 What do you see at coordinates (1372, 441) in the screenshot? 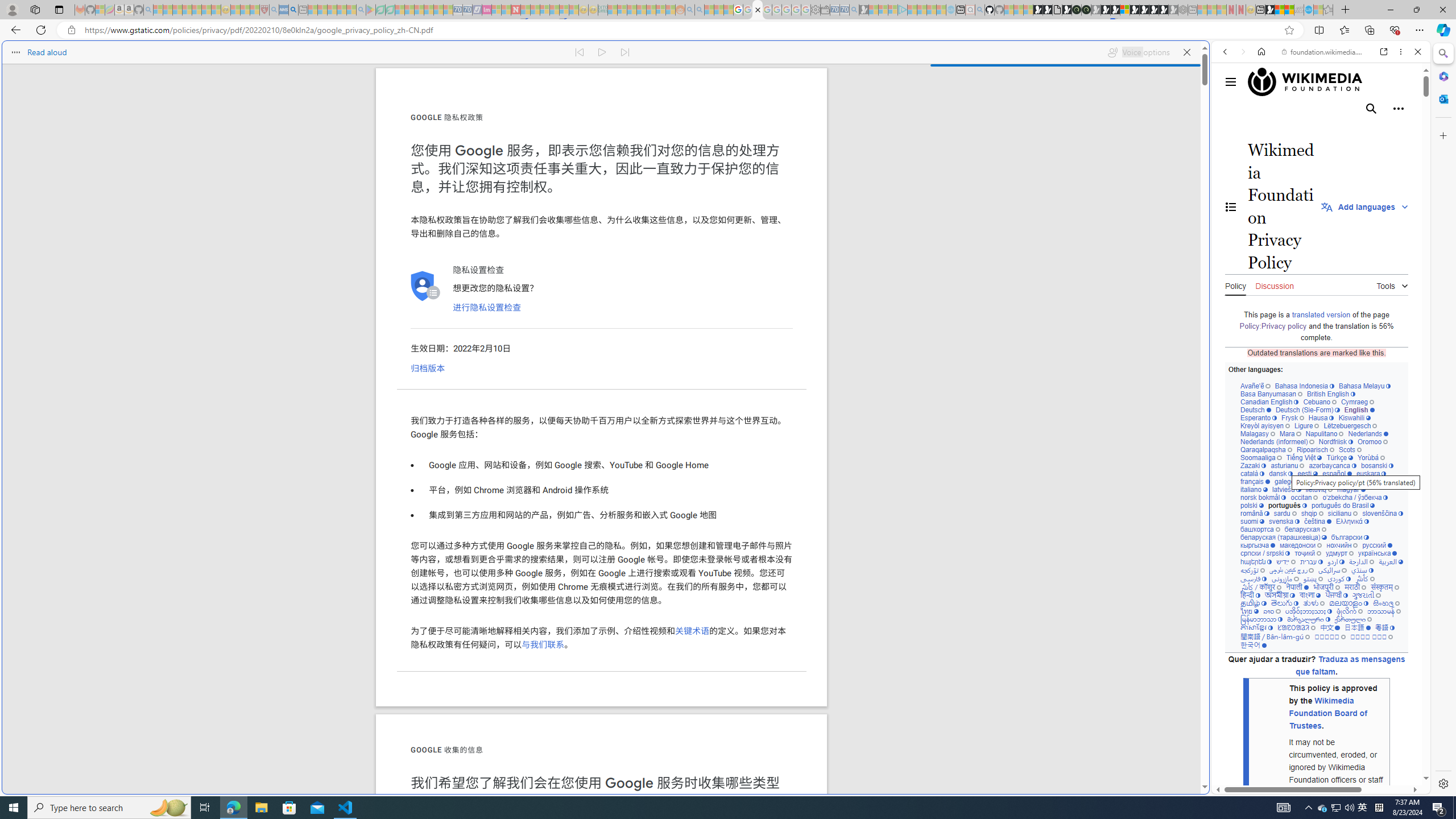
I see `'Oromoo'` at bounding box center [1372, 441].